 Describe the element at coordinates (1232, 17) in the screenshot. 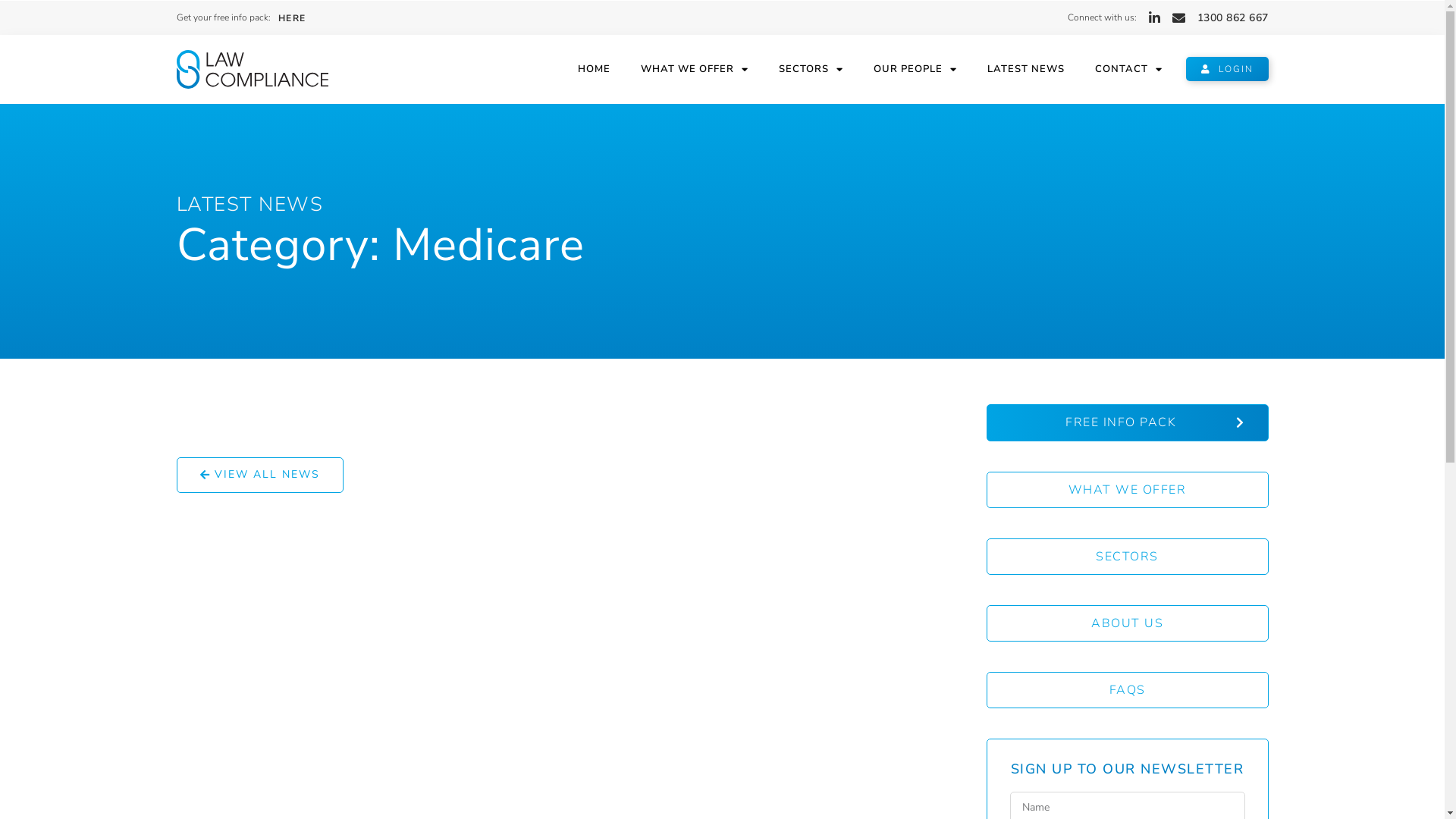

I see `'1300 862 667'` at that location.